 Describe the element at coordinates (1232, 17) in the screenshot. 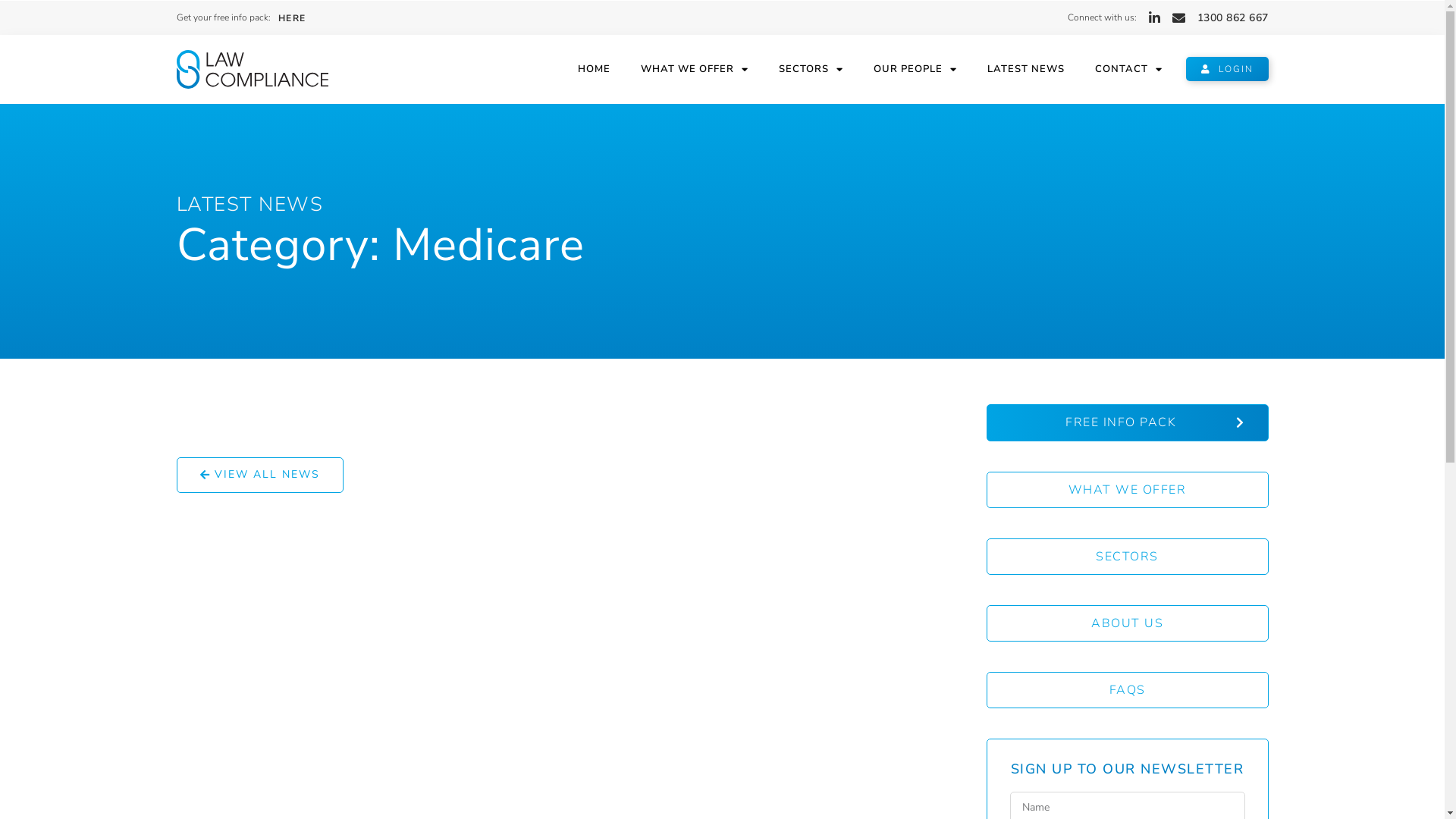

I see `'1300 862 667'` at that location.